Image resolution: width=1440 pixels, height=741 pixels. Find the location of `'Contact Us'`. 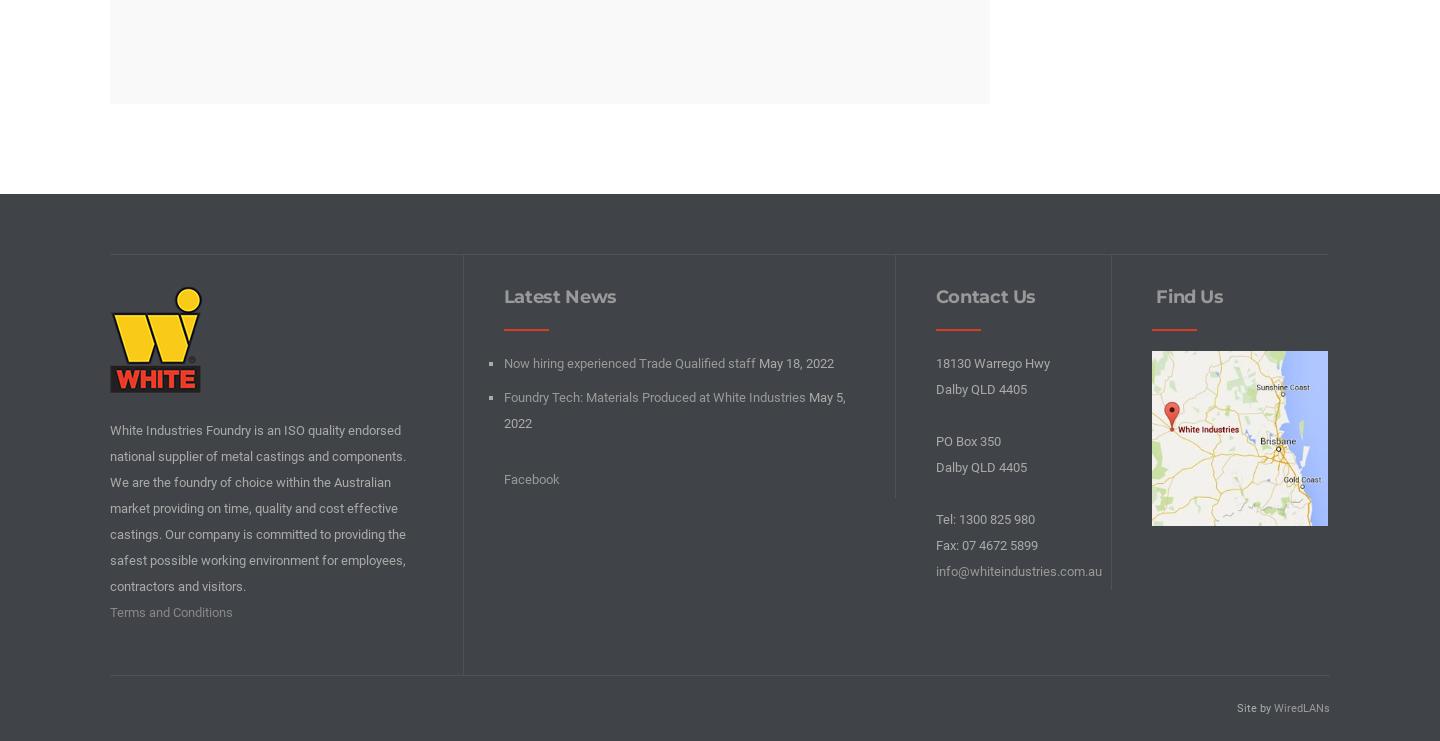

'Contact Us' is located at coordinates (934, 295).